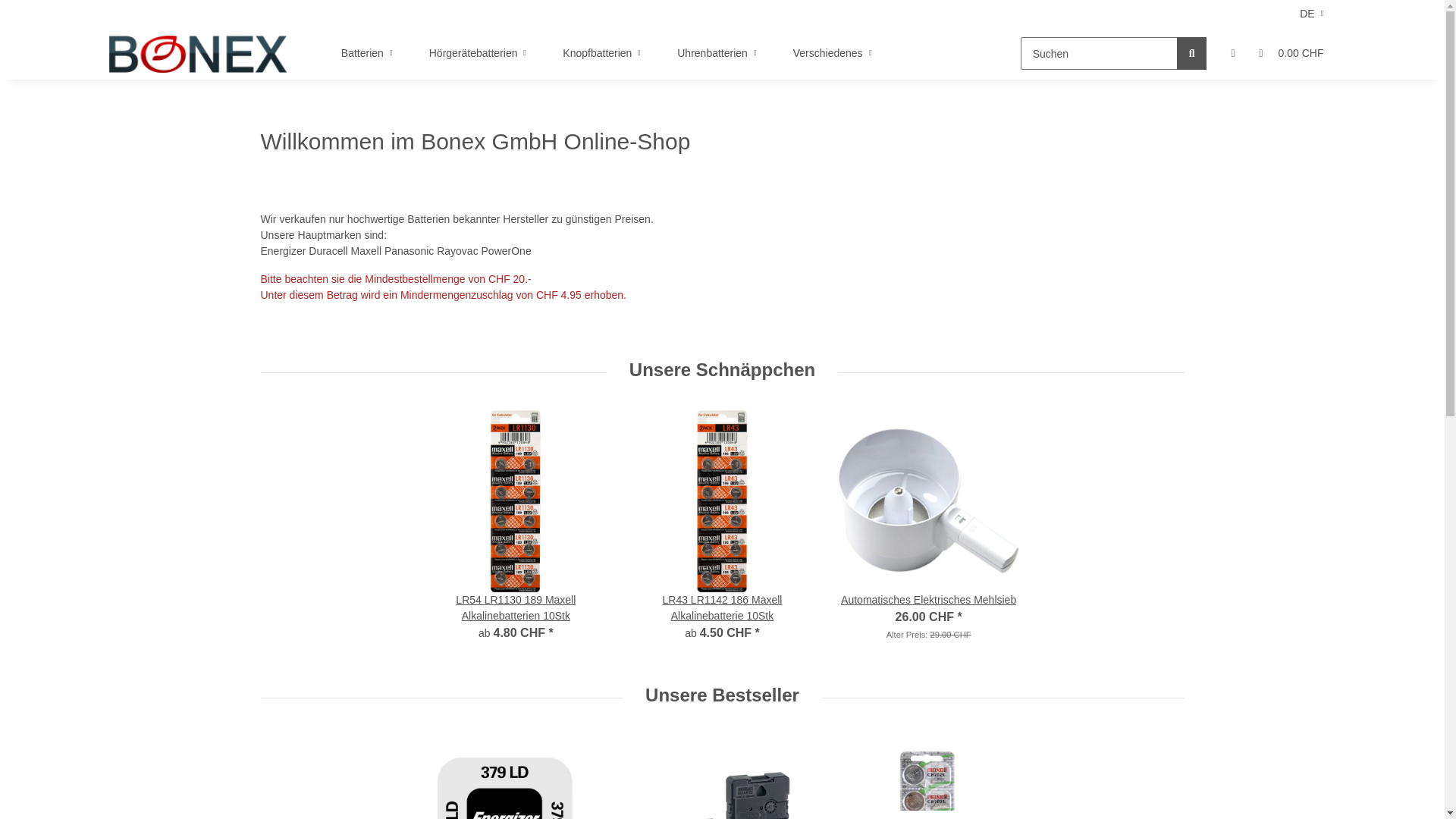  Describe the element at coordinates (1291, 52) in the screenshot. I see `'0.00 CHF'` at that location.